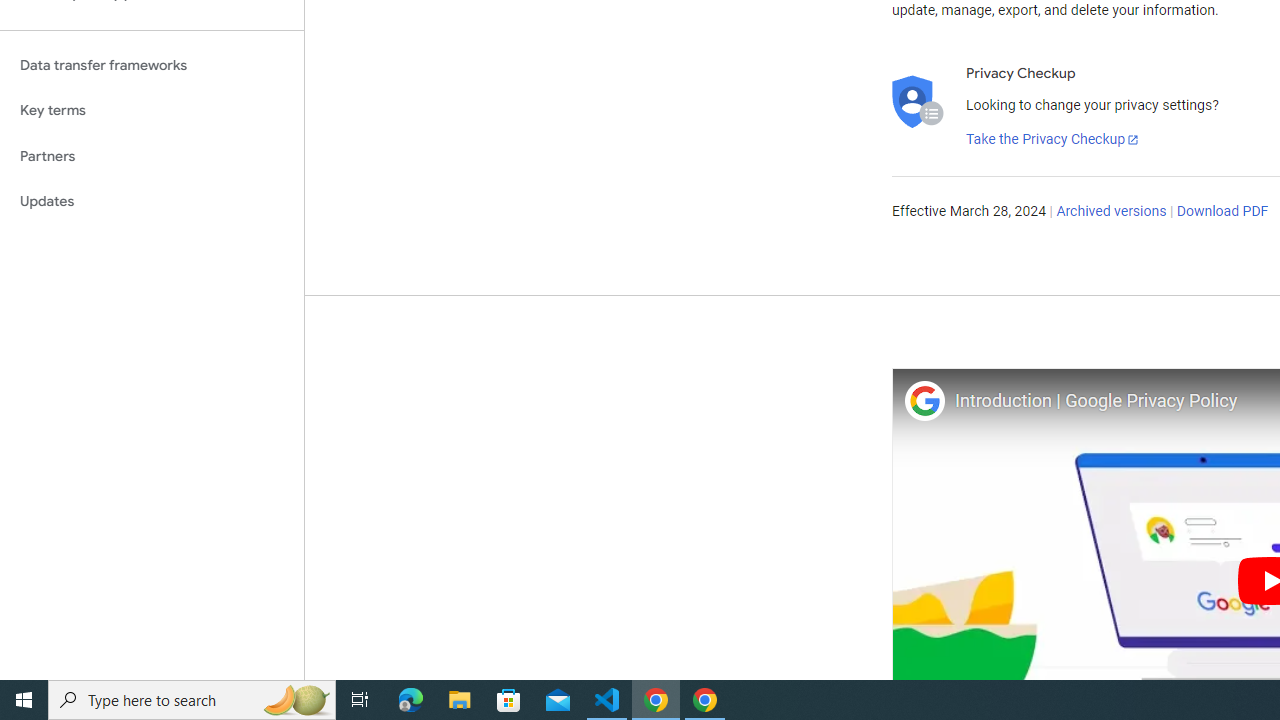 This screenshot has width=1280, height=720. I want to click on 'Photo image of Google', so click(923, 400).